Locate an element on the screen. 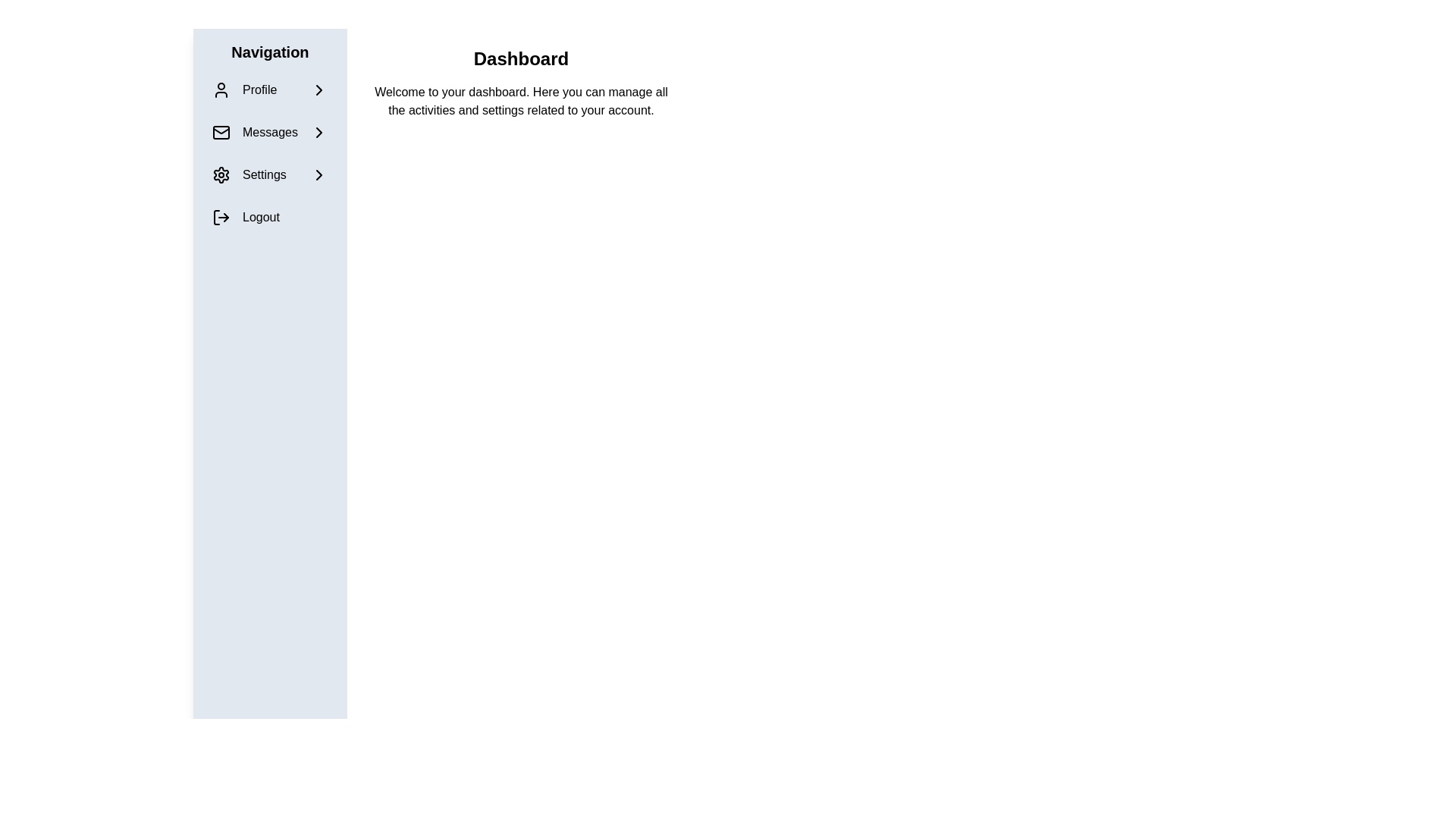  the logout icon, which is a right-arrow styled within a squared bracket, located beside the 'Logout' text in the navigation sidebar is located at coordinates (221, 217).